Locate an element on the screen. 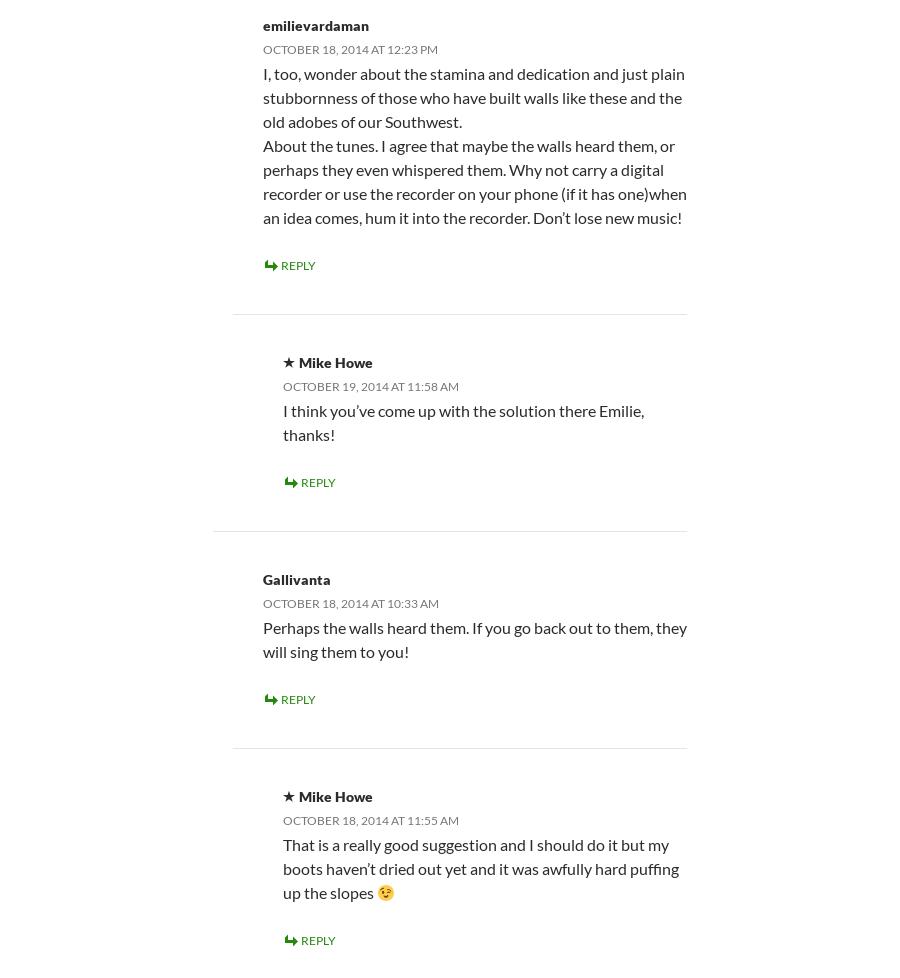 This screenshot has height=978, width=900. 'emilievardaman' is located at coordinates (261, 24).